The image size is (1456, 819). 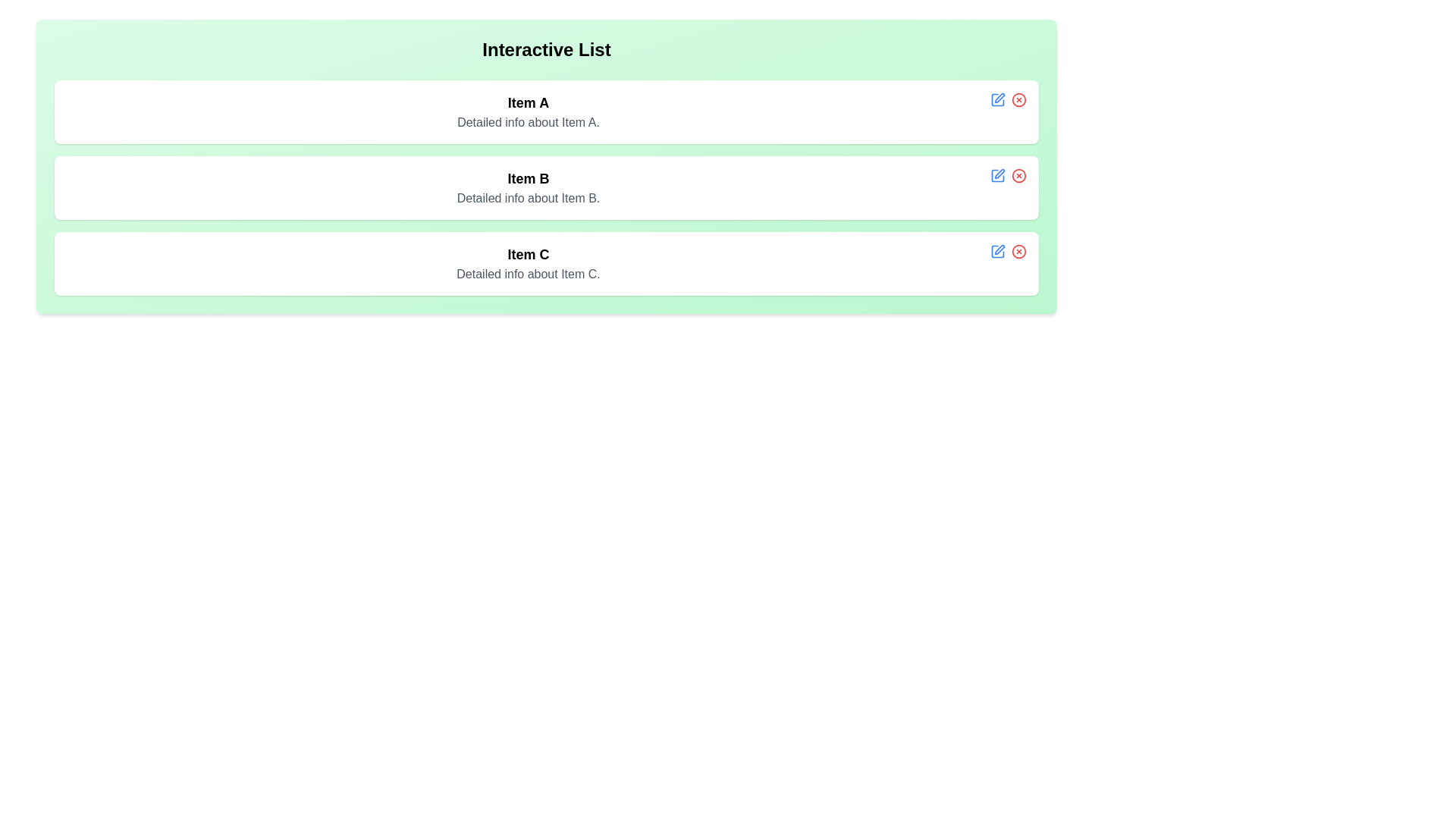 I want to click on the text label that displays 'Item B', which is styled with a larger font size and bold weight, located between 'Item A' and 'Item C' in a vertical list, so click(x=528, y=177).